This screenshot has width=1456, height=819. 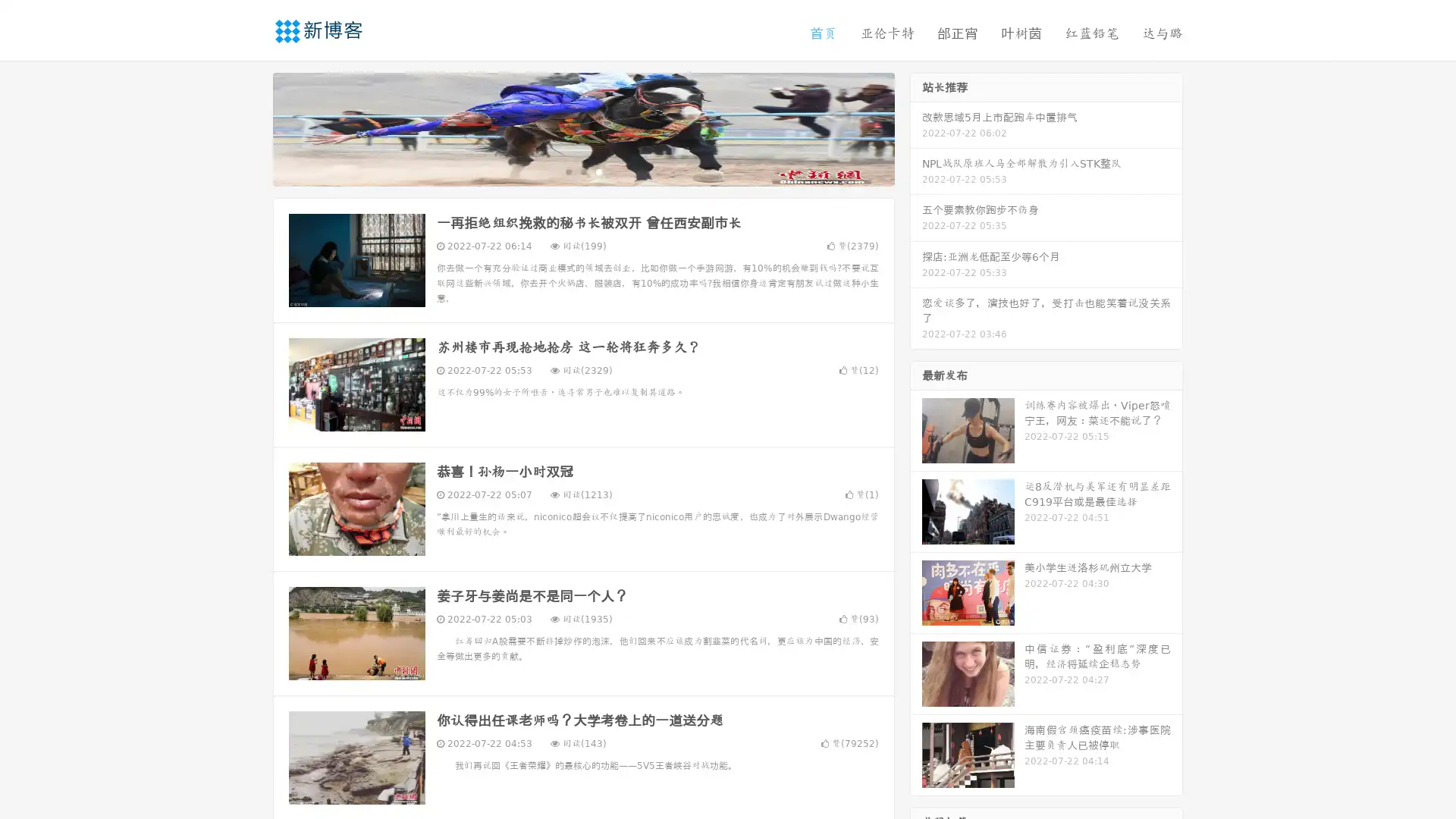 What do you see at coordinates (598, 171) in the screenshot?
I see `Go to slide 3` at bounding box center [598, 171].